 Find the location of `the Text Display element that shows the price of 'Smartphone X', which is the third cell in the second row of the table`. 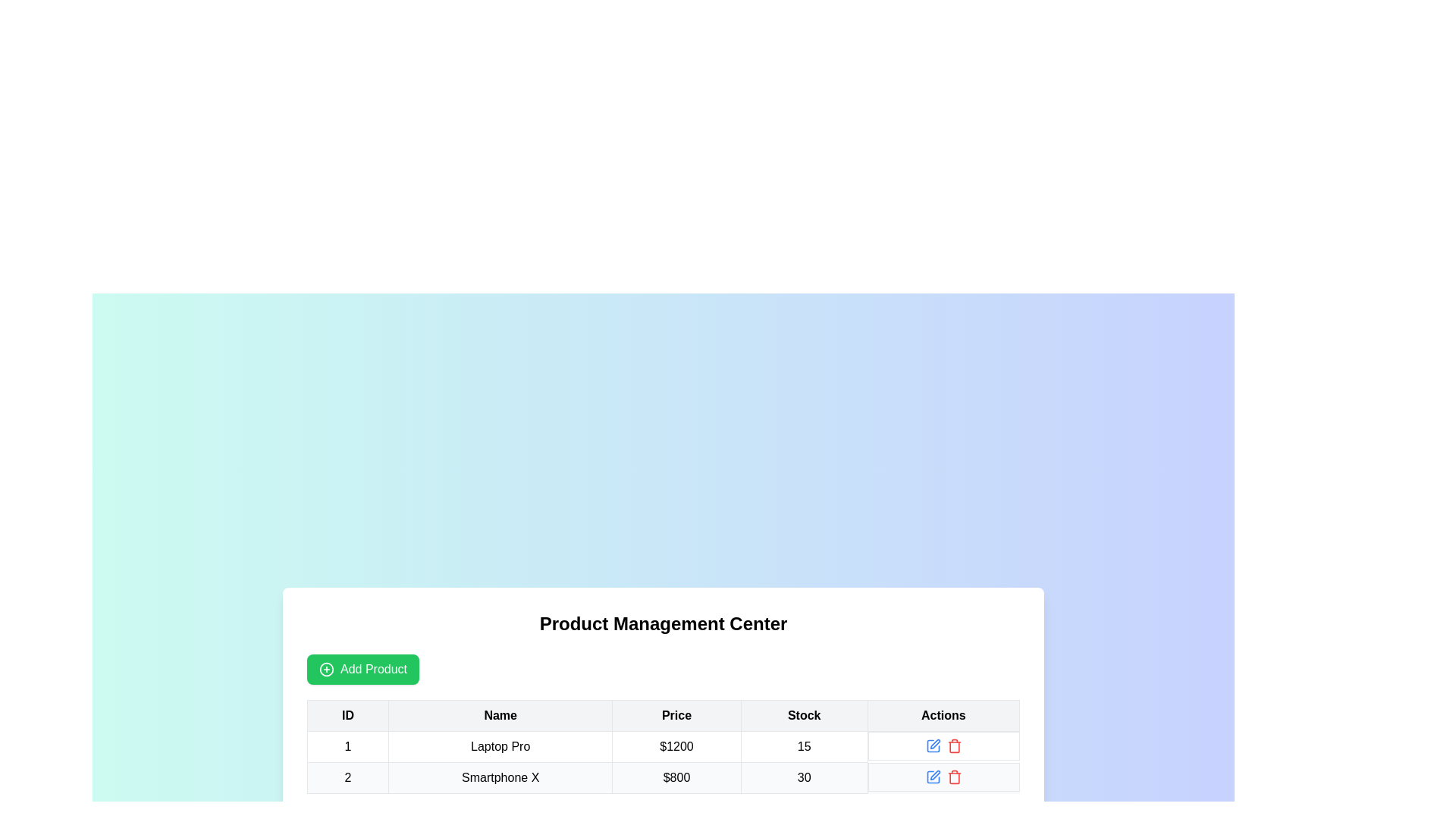

the Text Display element that shows the price of 'Smartphone X', which is the third cell in the second row of the table is located at coordinates (676, 778).